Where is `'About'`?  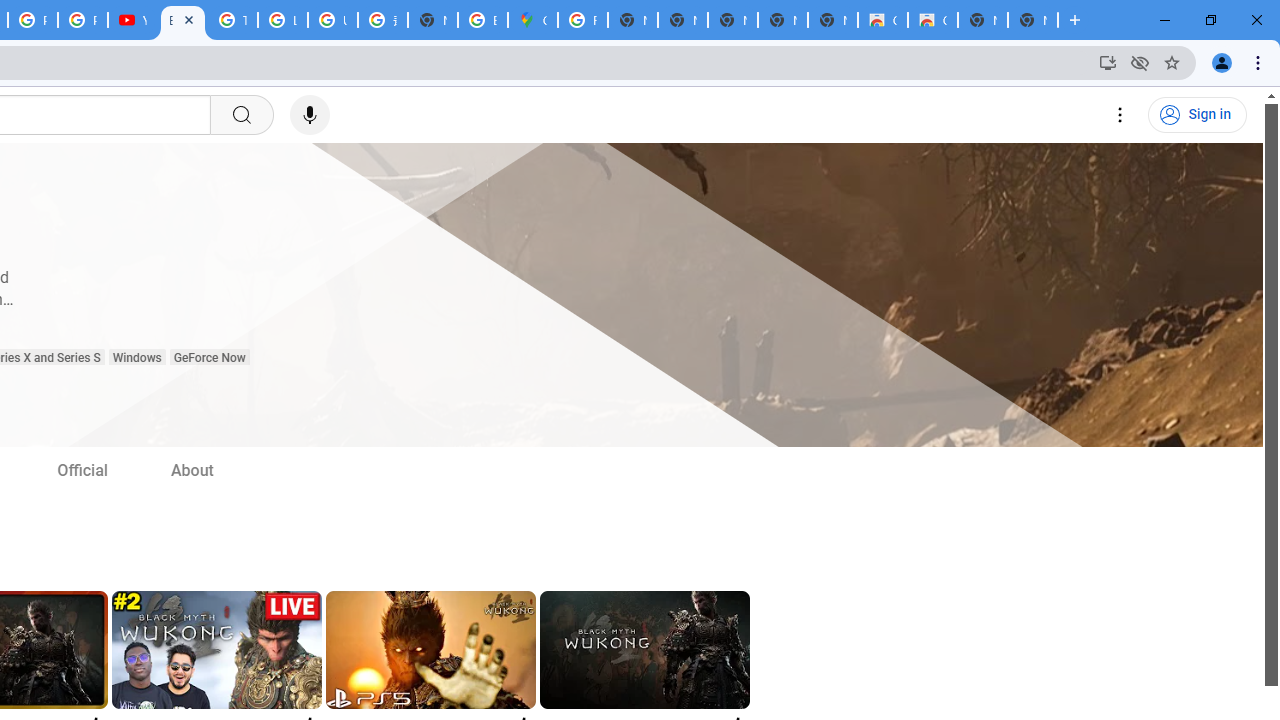
'About' is located at coordinates (193, 470).